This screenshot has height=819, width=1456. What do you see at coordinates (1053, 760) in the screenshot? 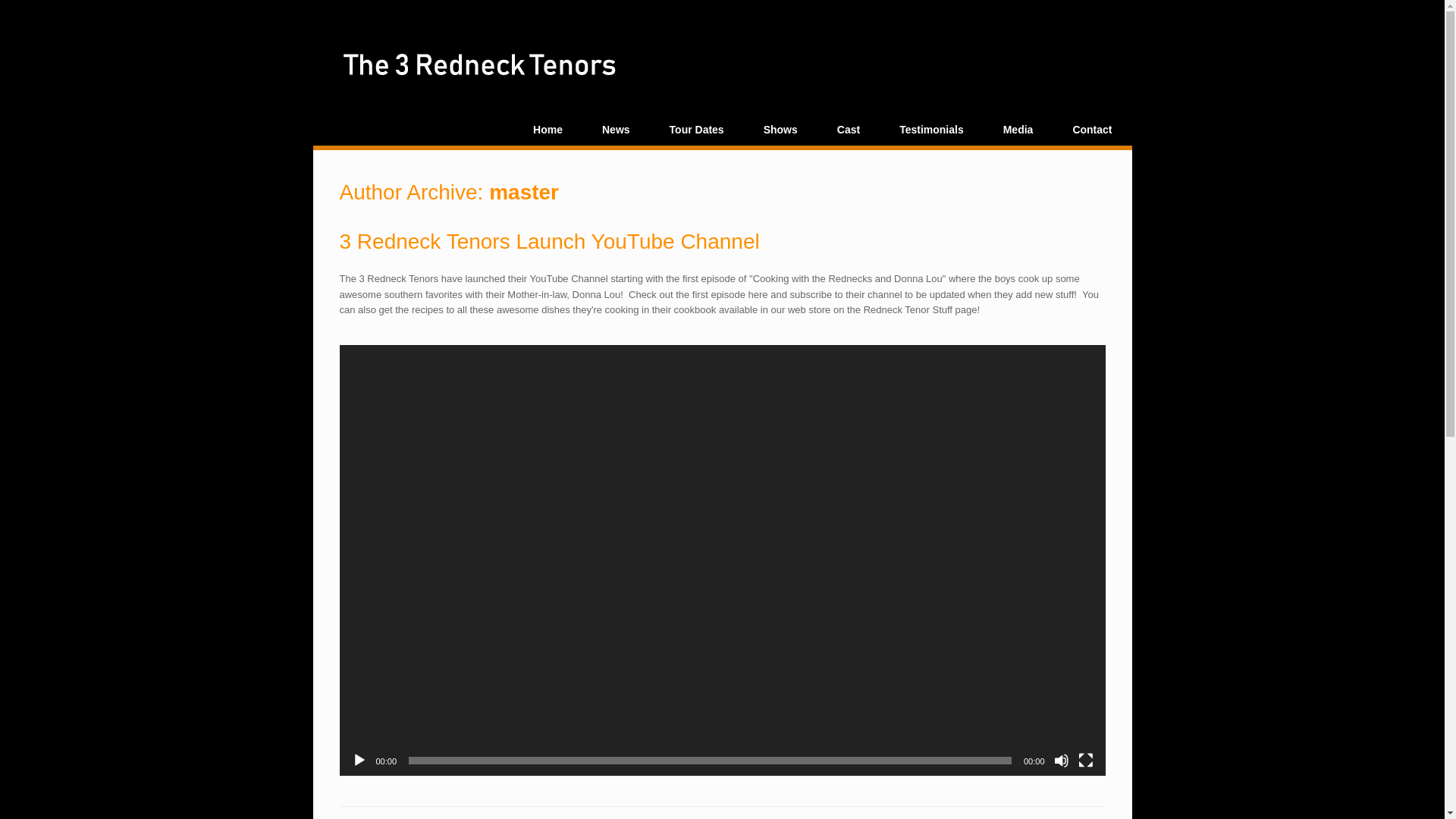
I see `'Mute'` at bounding box center [1053, 760].